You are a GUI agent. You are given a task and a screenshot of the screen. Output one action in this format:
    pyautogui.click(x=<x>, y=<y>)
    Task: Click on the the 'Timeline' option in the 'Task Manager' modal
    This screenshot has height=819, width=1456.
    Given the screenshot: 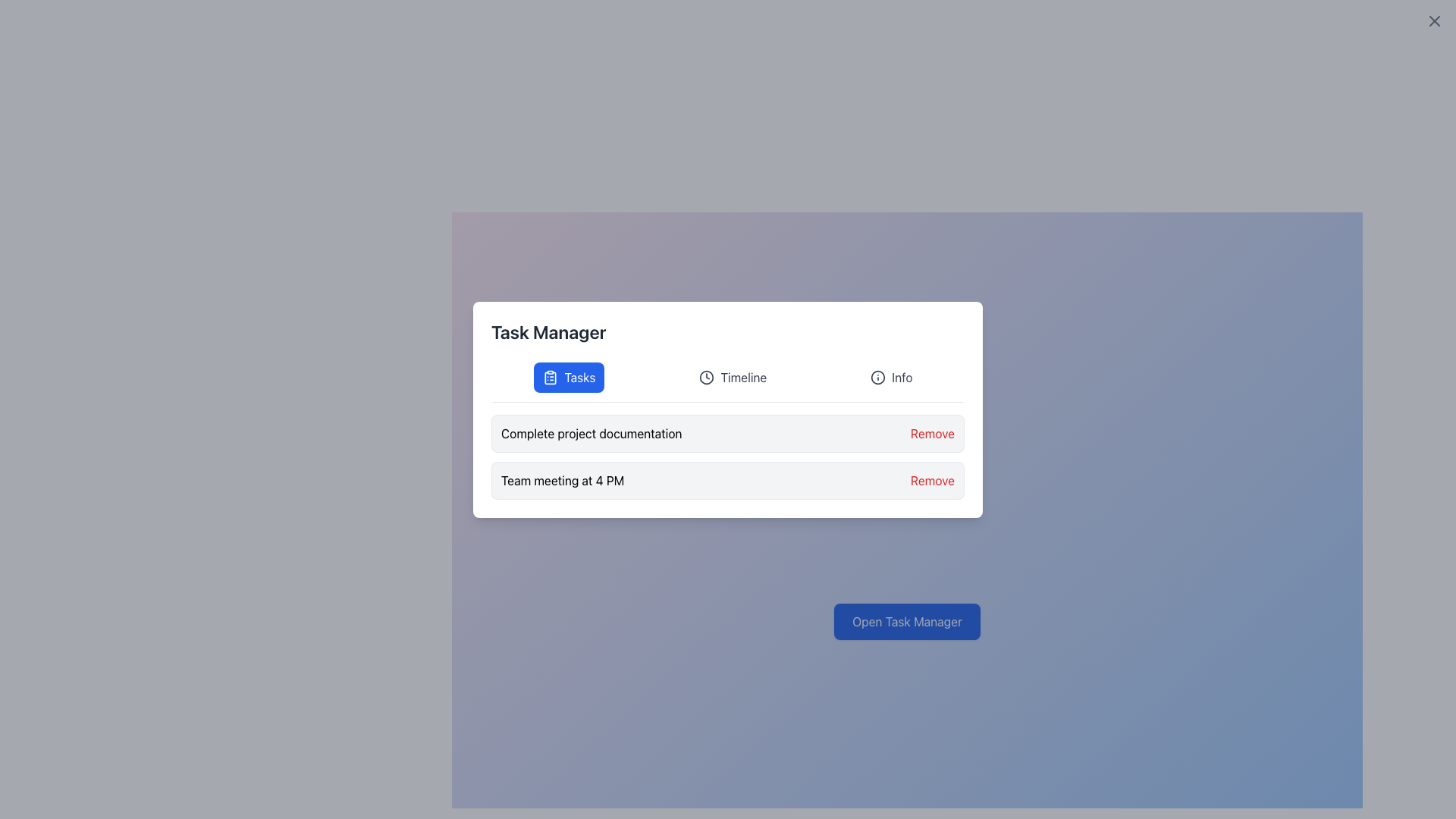 What is the action you would take?
    pyautogui.click(x=728, y=409)
    